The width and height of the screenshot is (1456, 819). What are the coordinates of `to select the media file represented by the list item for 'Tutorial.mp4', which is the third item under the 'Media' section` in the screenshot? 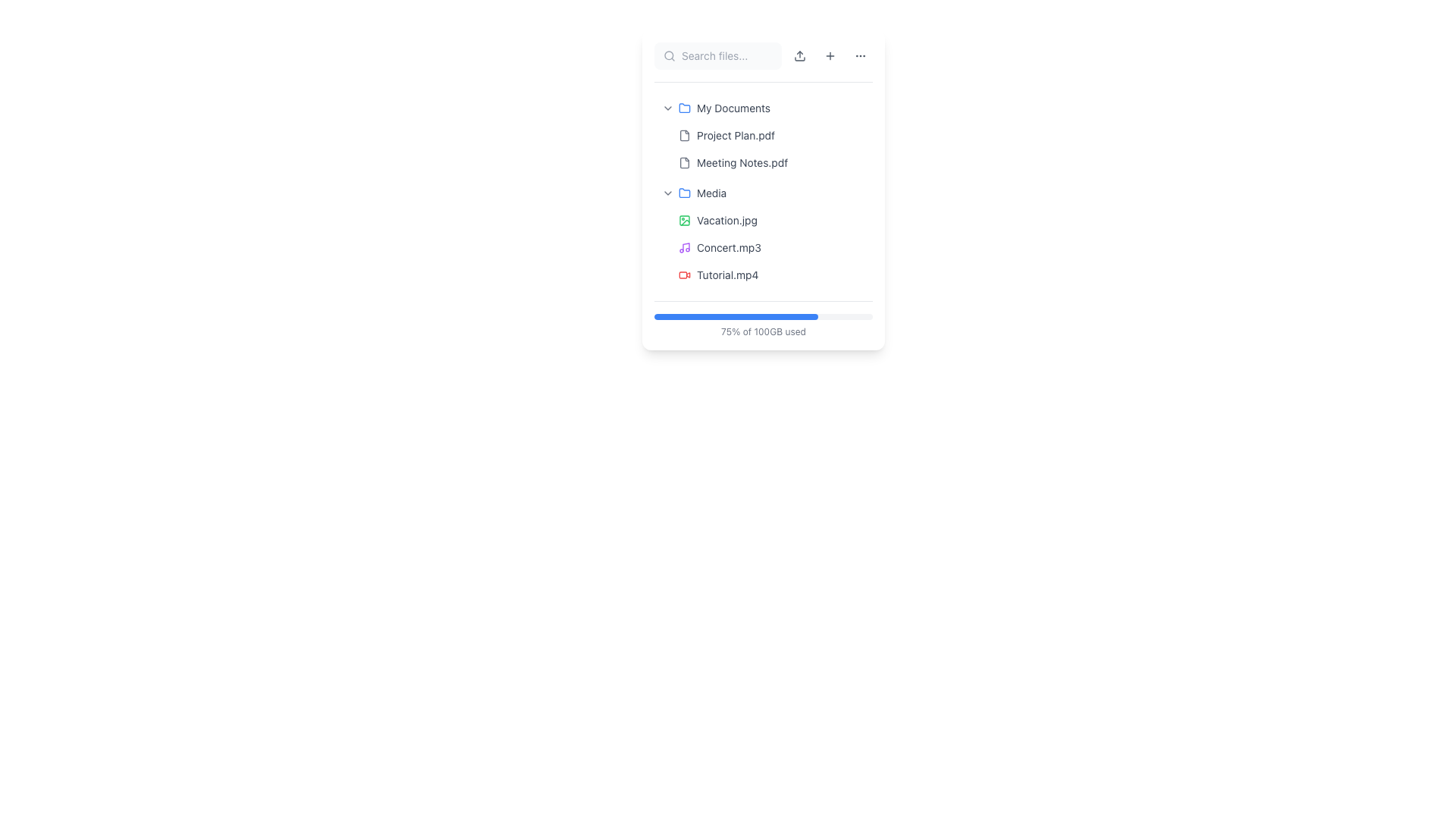 It's located at (772, 275).